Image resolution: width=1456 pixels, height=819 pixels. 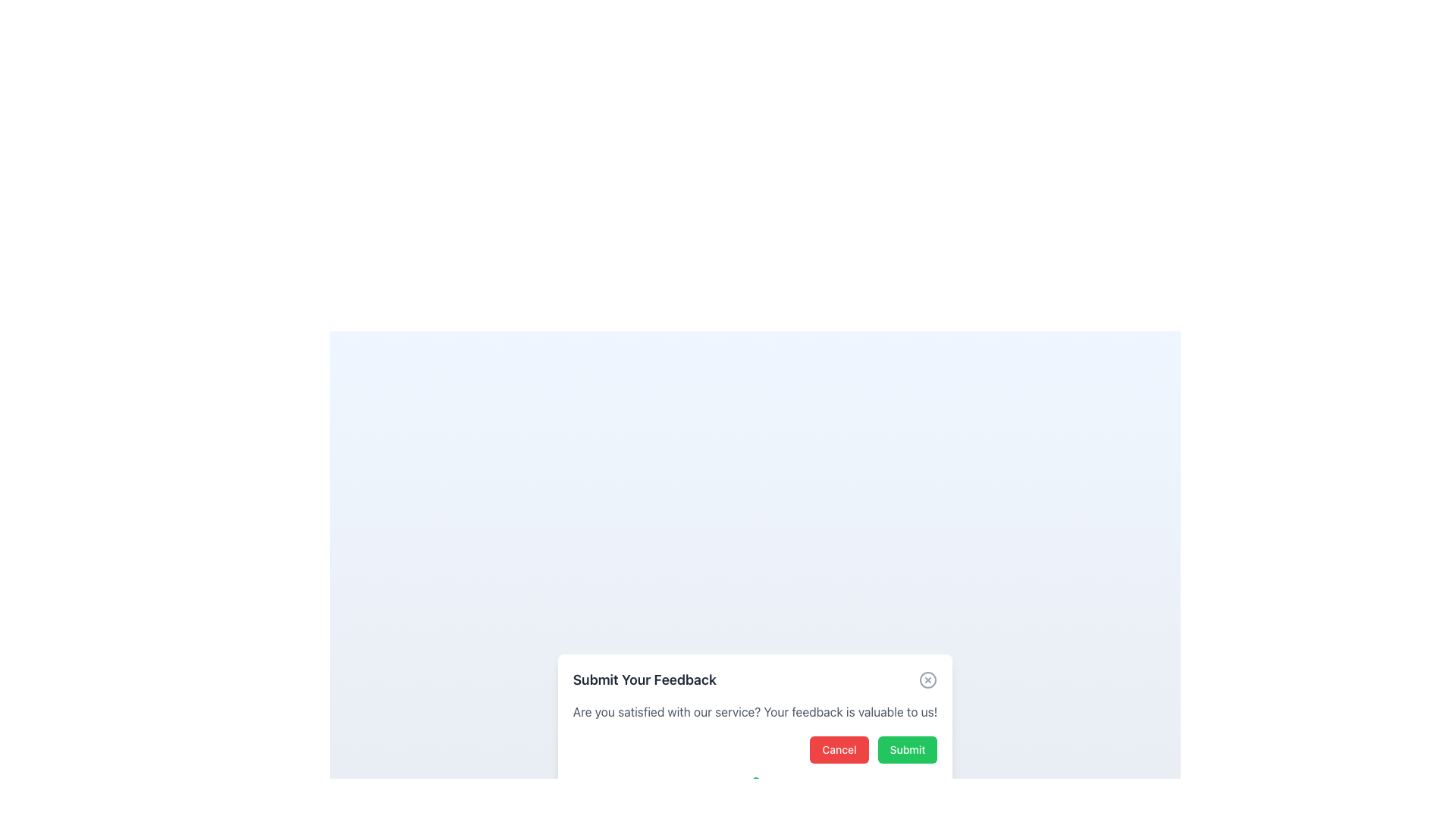 What do you see at coordinates (927, 679) in the screenshot?
I see `the Circle shape in the SVG graphic located at the top-right corner of the 'Submit Your Feedback' modal, which functions as a close button` at bounding box center [927, 679].